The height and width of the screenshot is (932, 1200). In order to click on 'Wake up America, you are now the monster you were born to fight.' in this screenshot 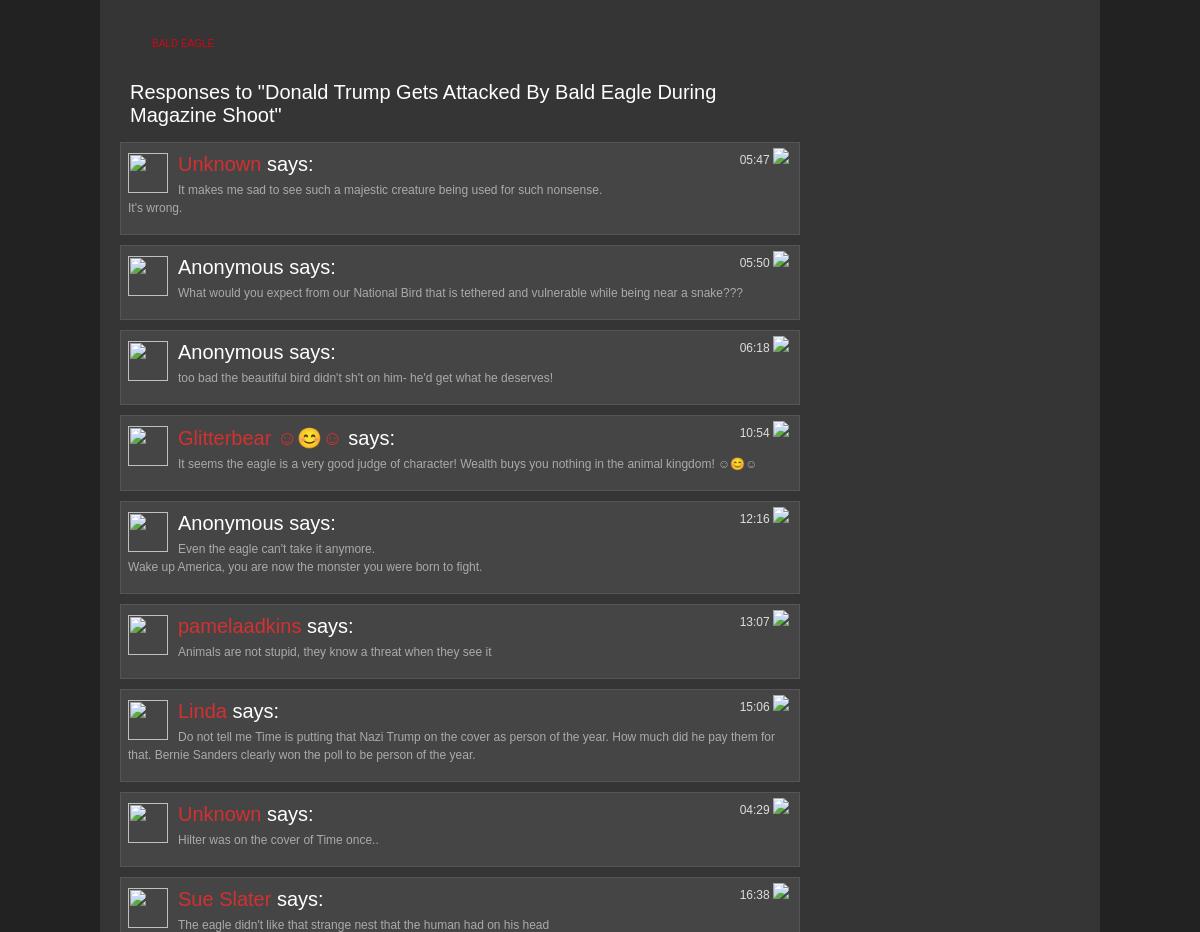, I will do `click(305, 566)`.